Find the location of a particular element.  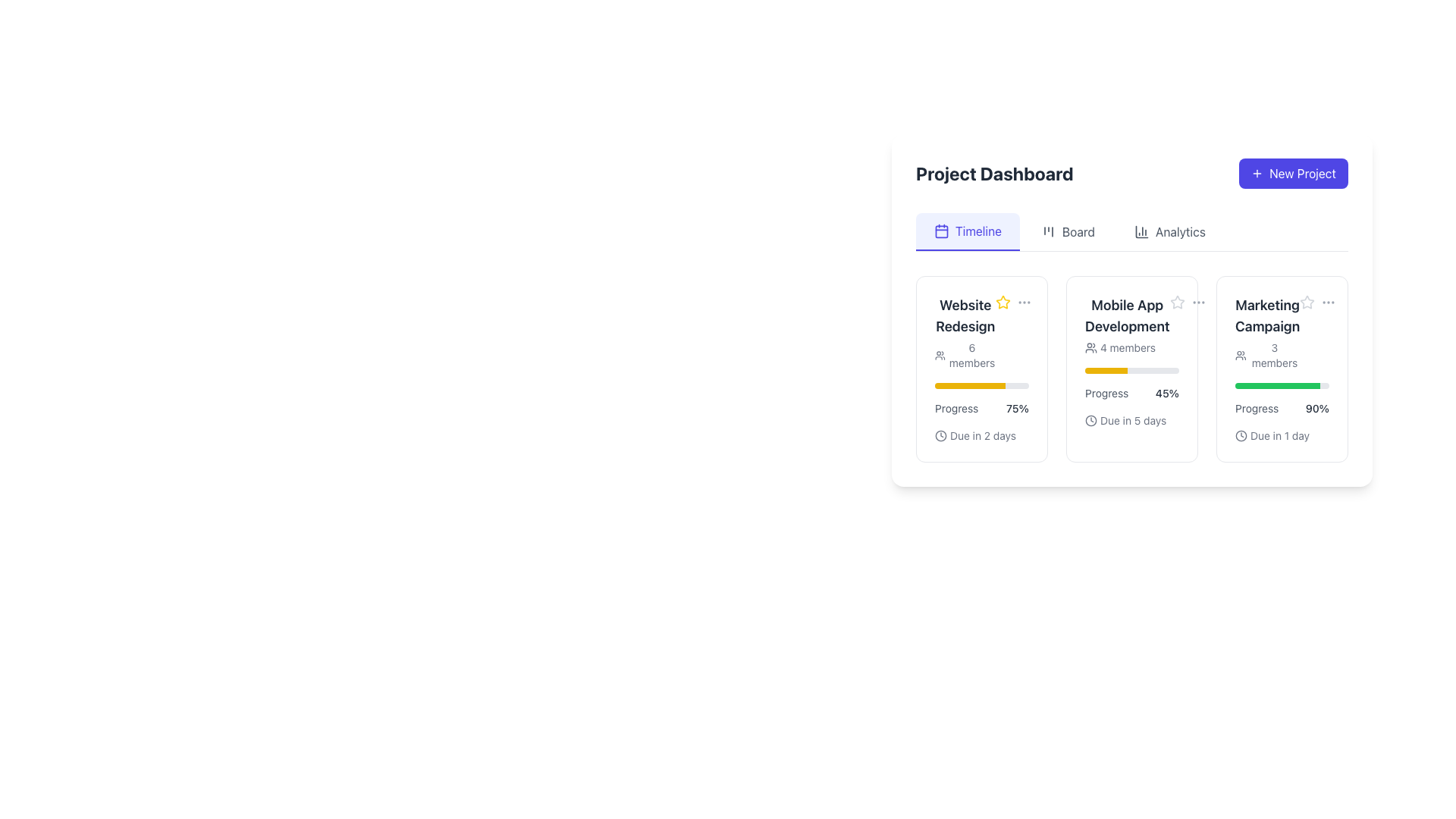

due date information from the progress indicator displaying 'Due in 1 day' beneath the progress bar in the 'Marketing Campaign' card is located at coordinates (1281, 413).